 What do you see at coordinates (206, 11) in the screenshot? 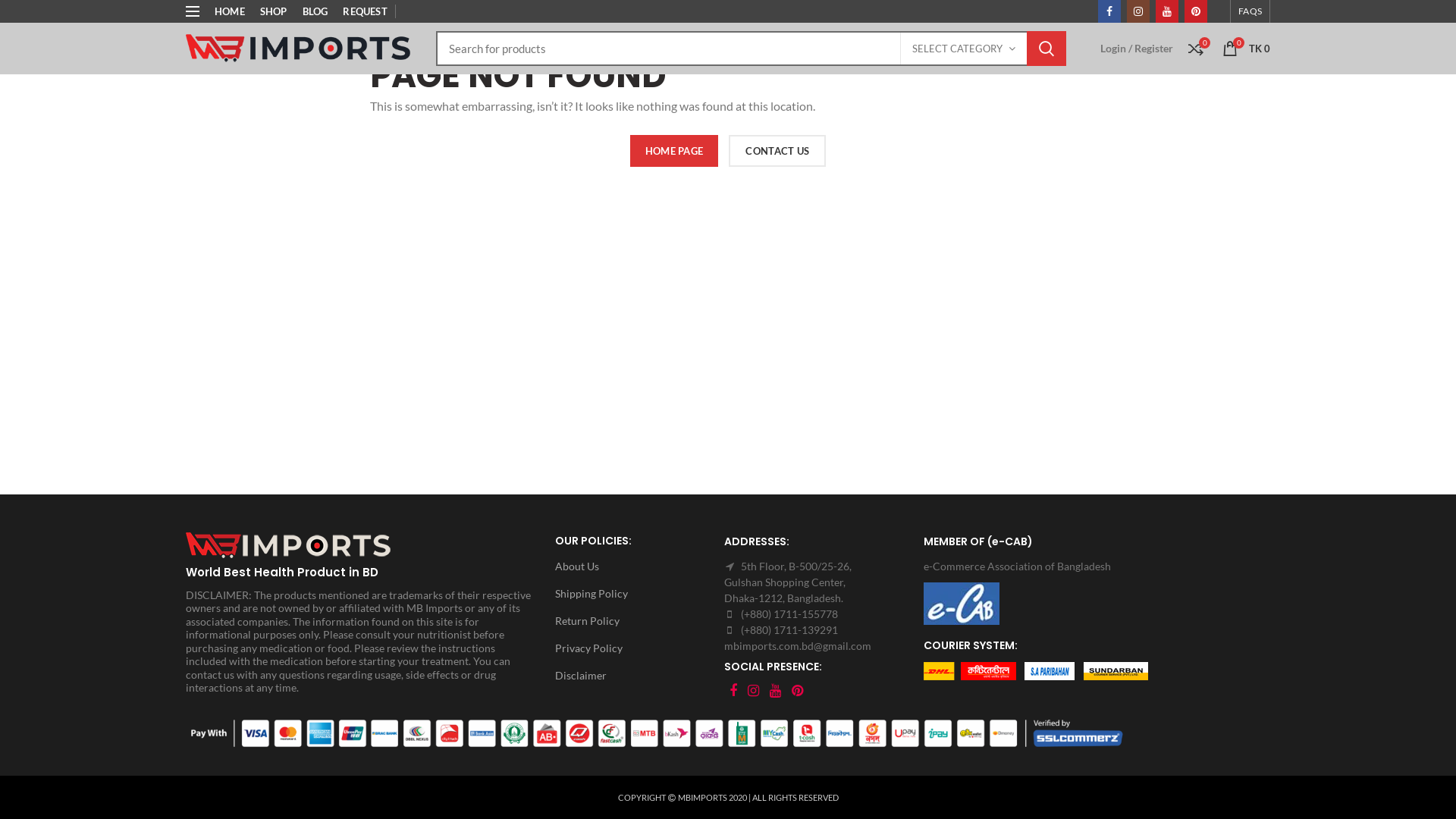
I see `'HOME'` at bounding box center [206, 11].